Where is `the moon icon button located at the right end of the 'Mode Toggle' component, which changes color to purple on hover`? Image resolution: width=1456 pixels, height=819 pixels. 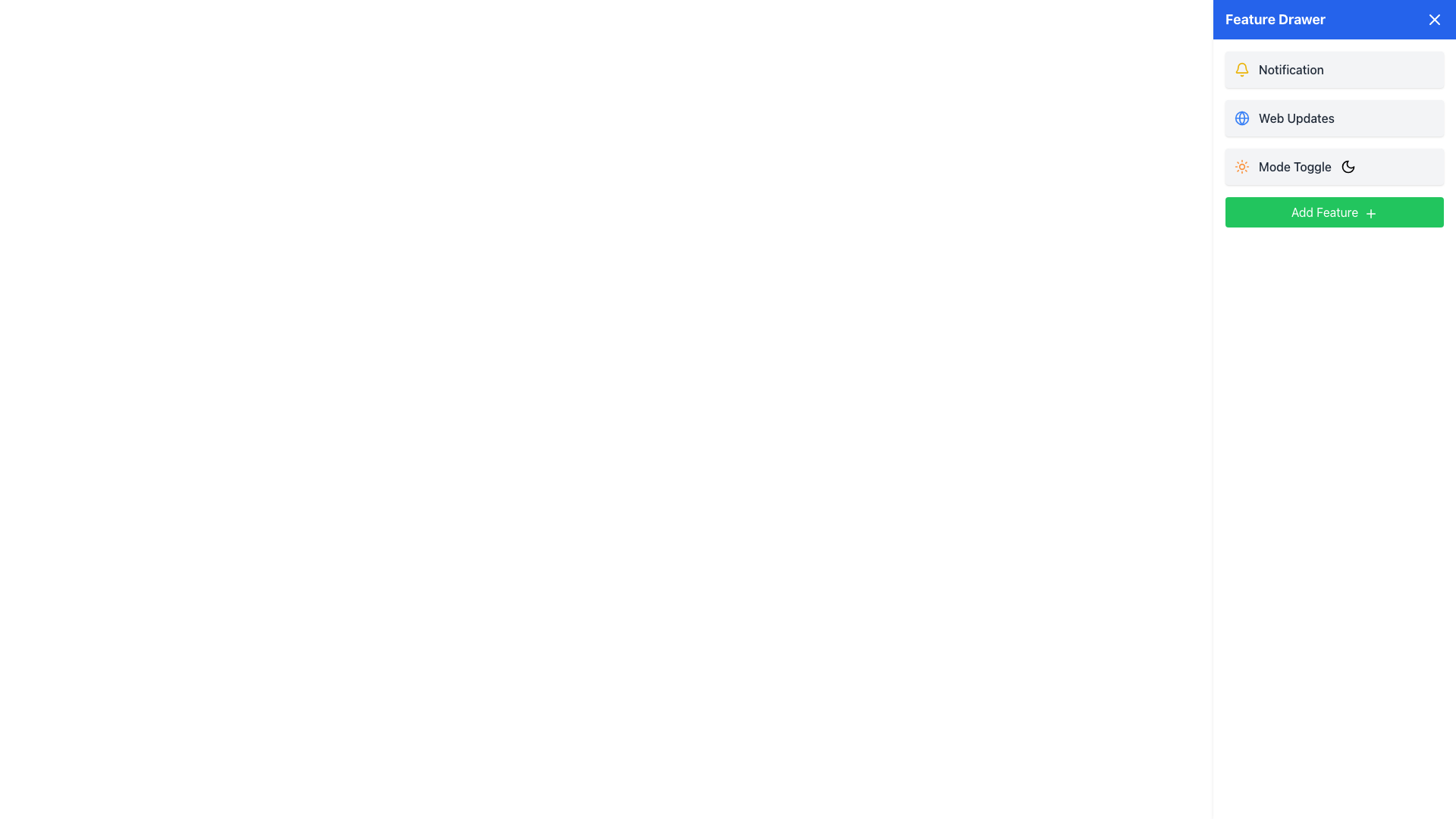 the moon icon button located at the right end of the 'Mode Toggle' component, which changes color to purple on hover is located at coordinates (1348, 166).